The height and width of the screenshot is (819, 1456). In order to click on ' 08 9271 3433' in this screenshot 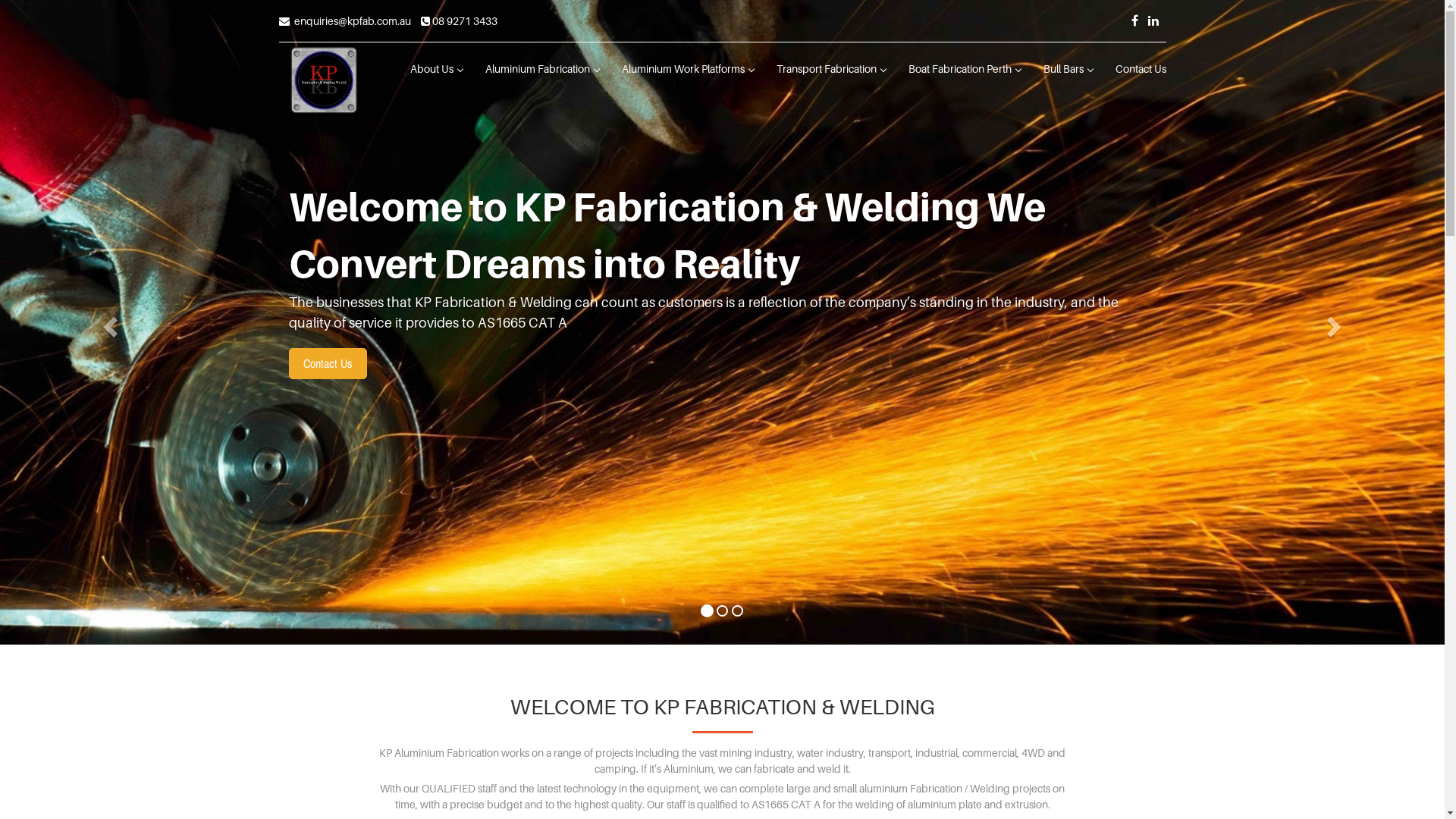, I will do `click(457, 20)`.